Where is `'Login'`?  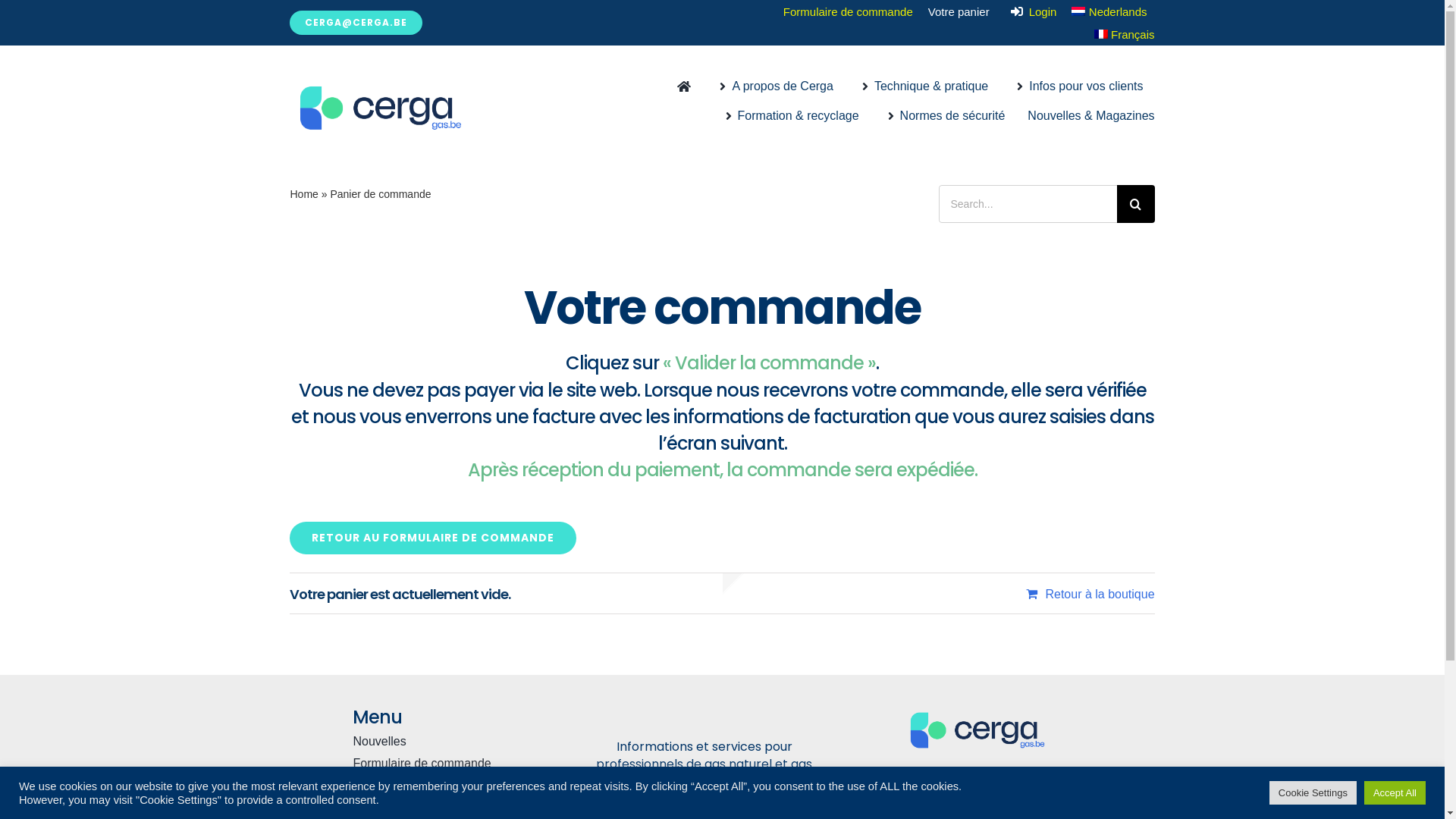 'Login' is located at coordinates (1031, 11).